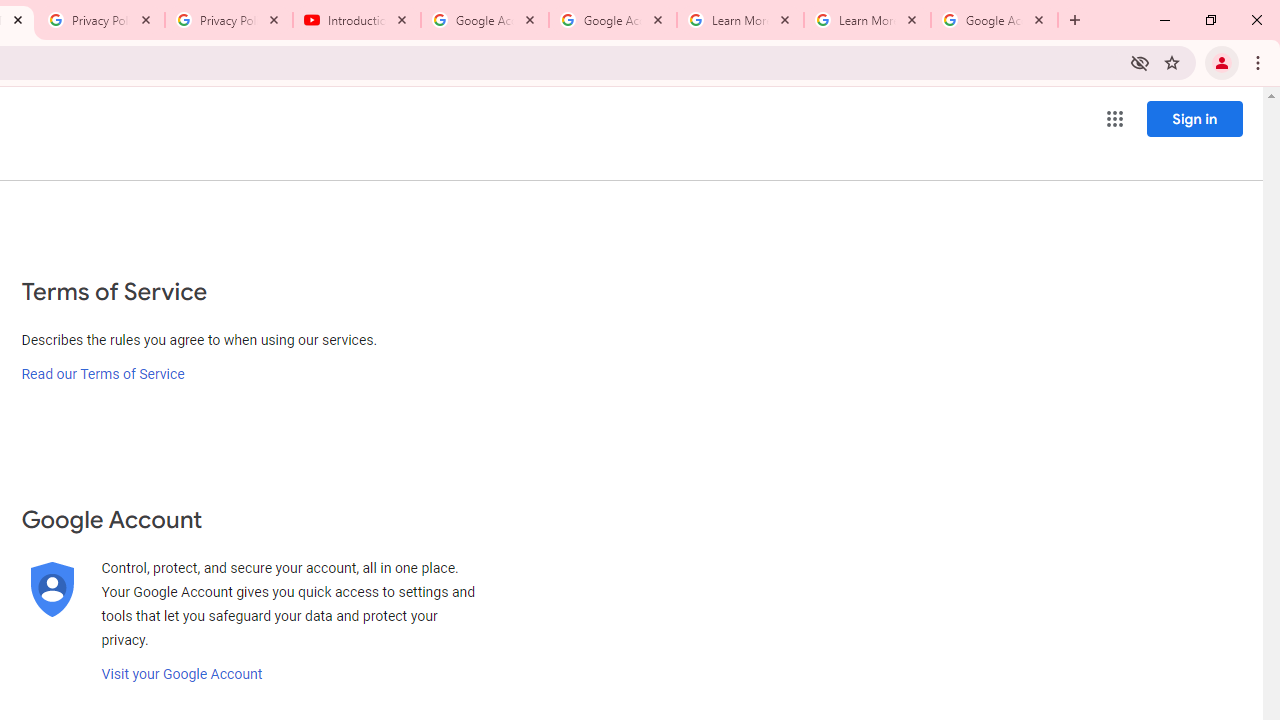 The height and width of the screenshot is (720, 1280). I want to click on 'Read our Terms of Service', so click(102, 374).